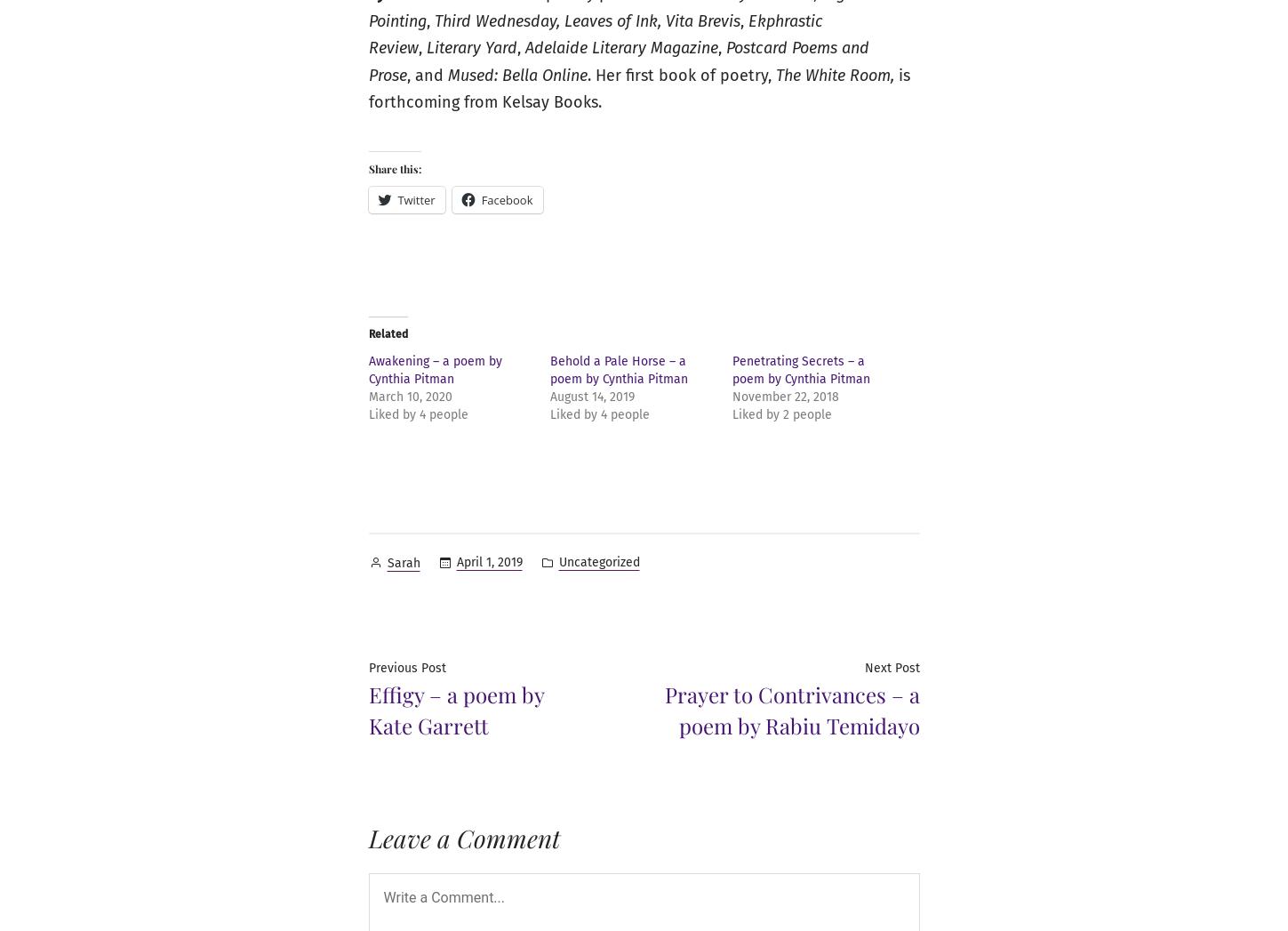 The height and width of the screenshot is (931, 1288). I want to click on 'The White Room,', so click(775, 74).